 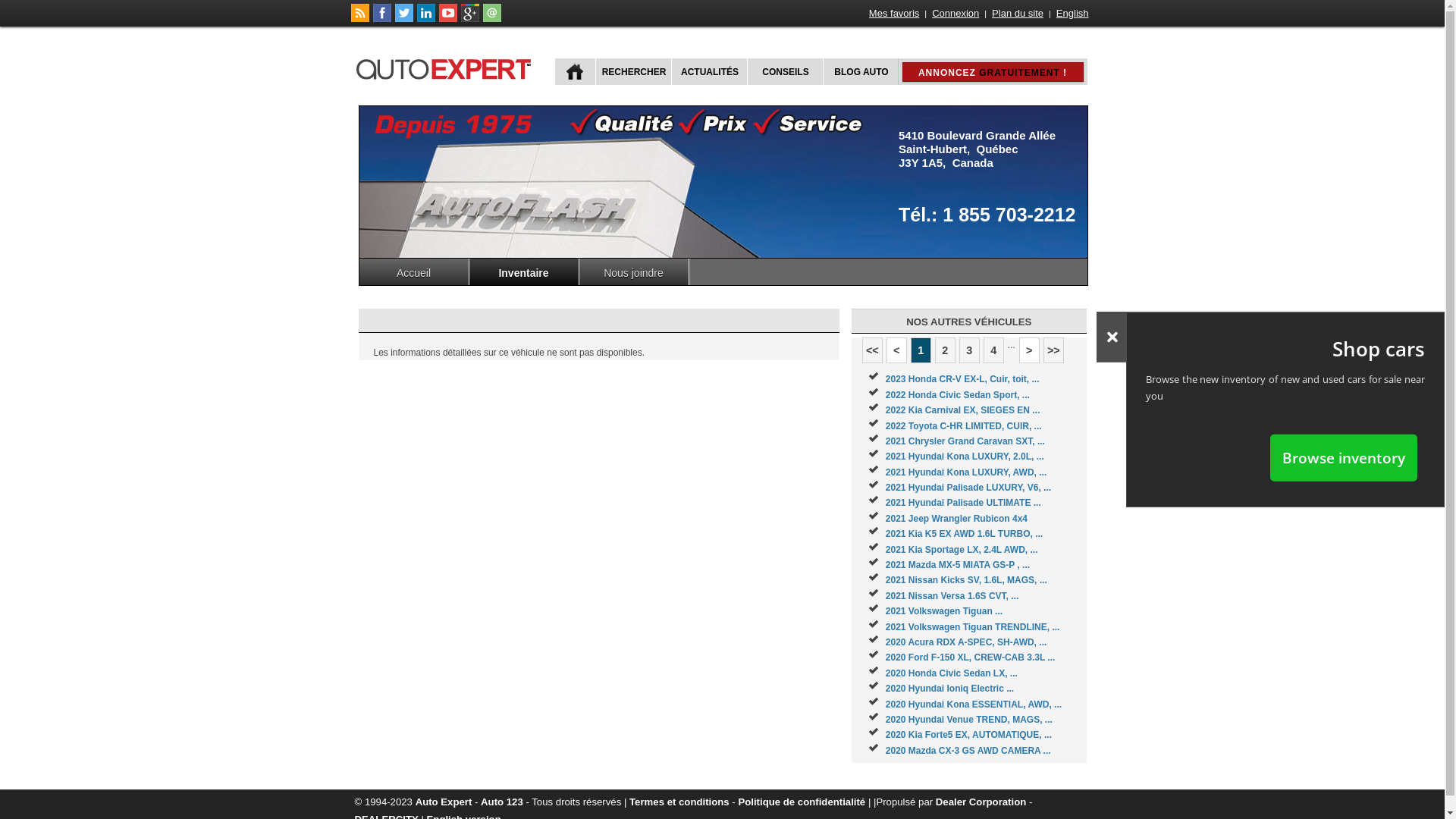 I want to click on 'Suivez autoExpert.ca sur Twitter', so click(x=403, y=18).